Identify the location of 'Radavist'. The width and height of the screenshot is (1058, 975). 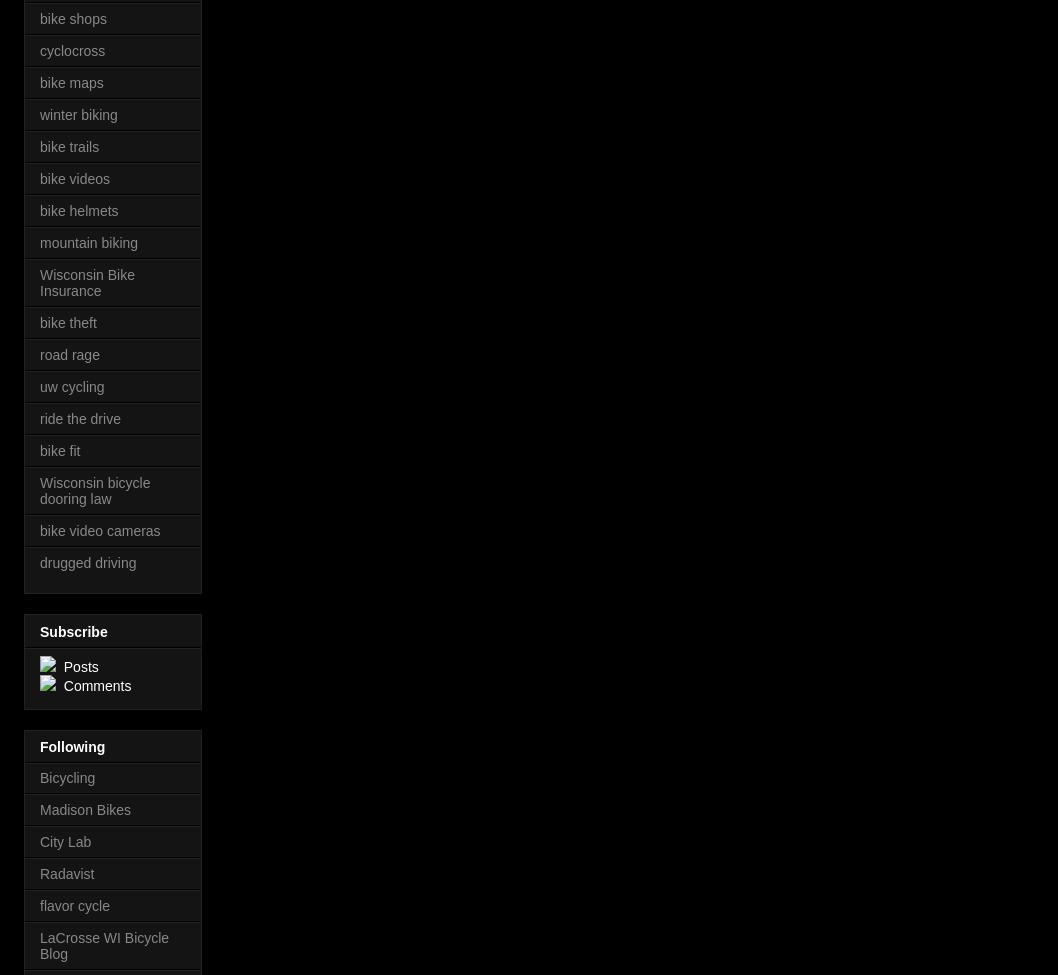
(66, 873).